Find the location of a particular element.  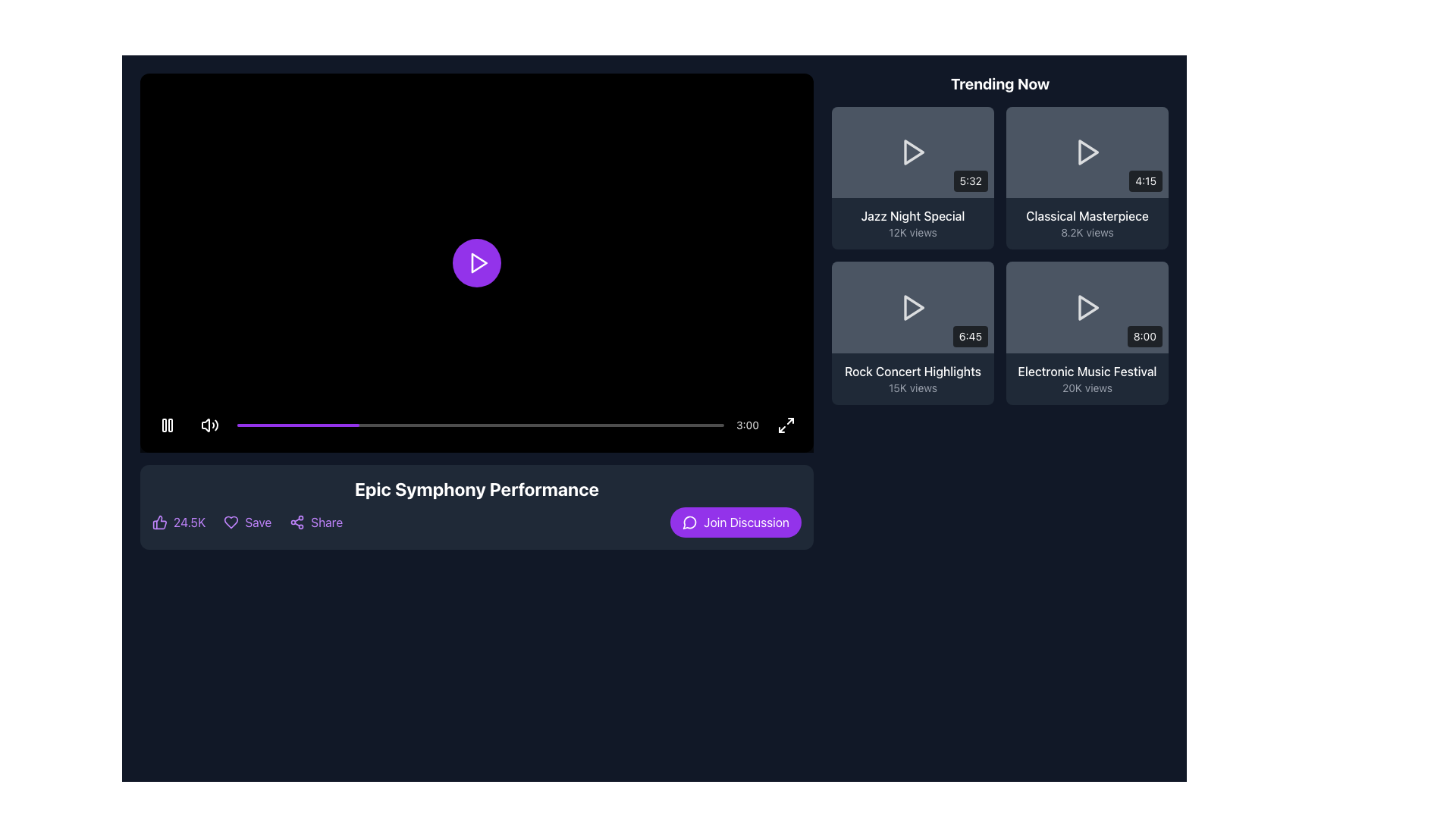

the video thumbnail featuring a gray background and a play icon is located at coordinates (912, 307).